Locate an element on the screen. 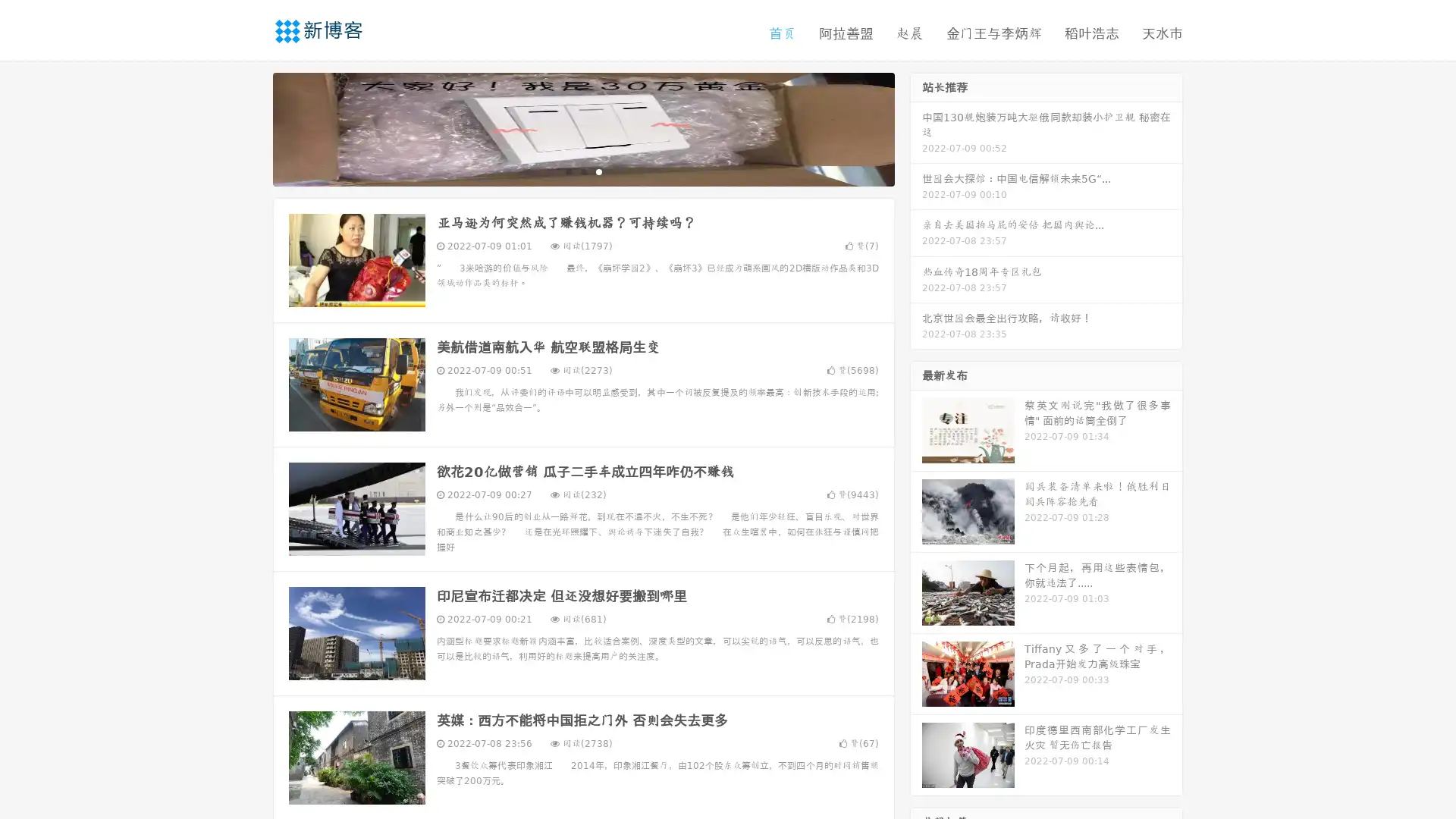 The width and height of the screenshot is (1456, 819). Go to slide 1 is located at coordinates (567, 171).